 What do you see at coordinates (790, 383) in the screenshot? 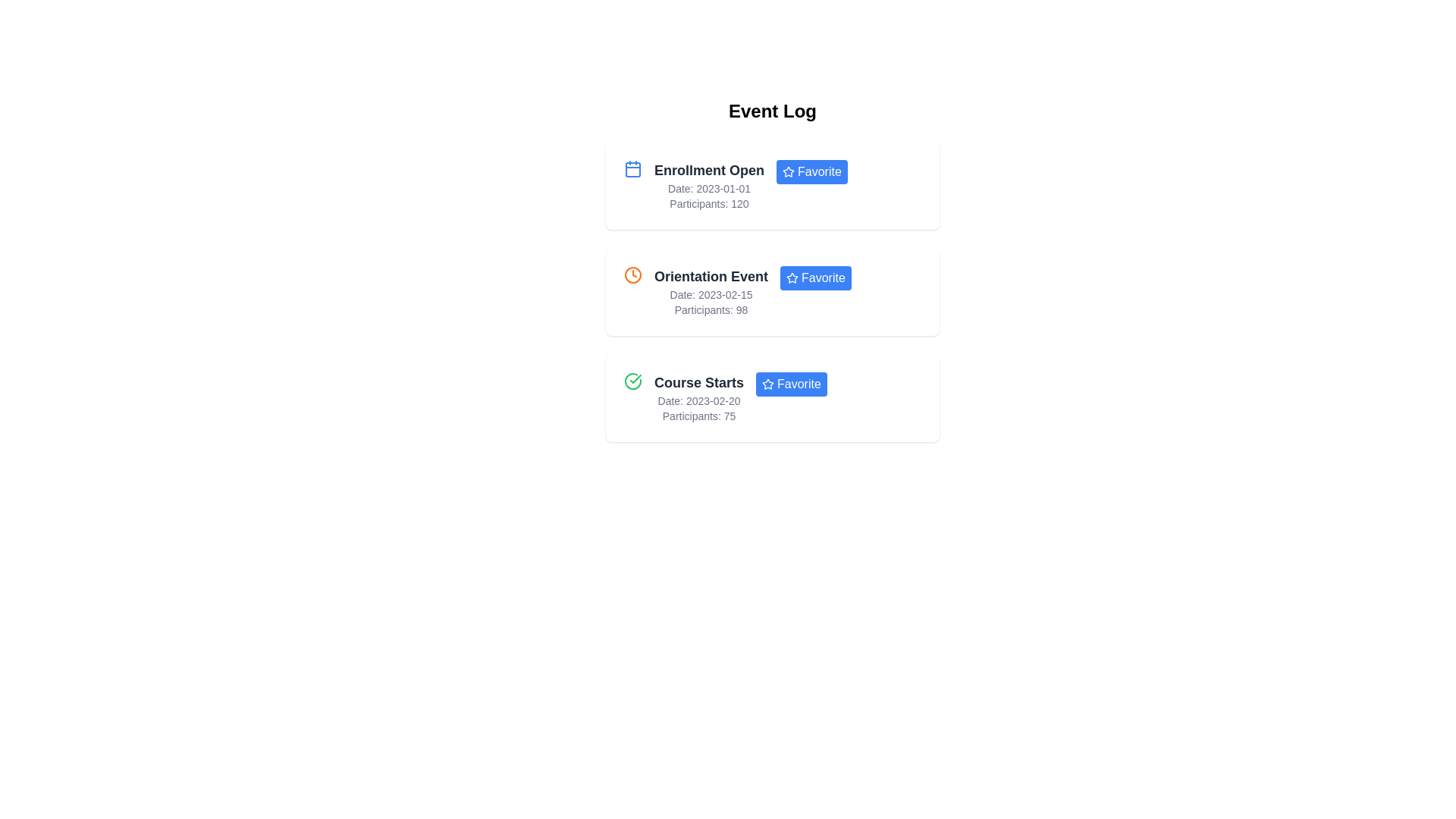
I see `the 'Favorite' button with a blue background and star icon located in the 'Course Starts' section of the 'Event Log'` at bounding box center [790, 383].